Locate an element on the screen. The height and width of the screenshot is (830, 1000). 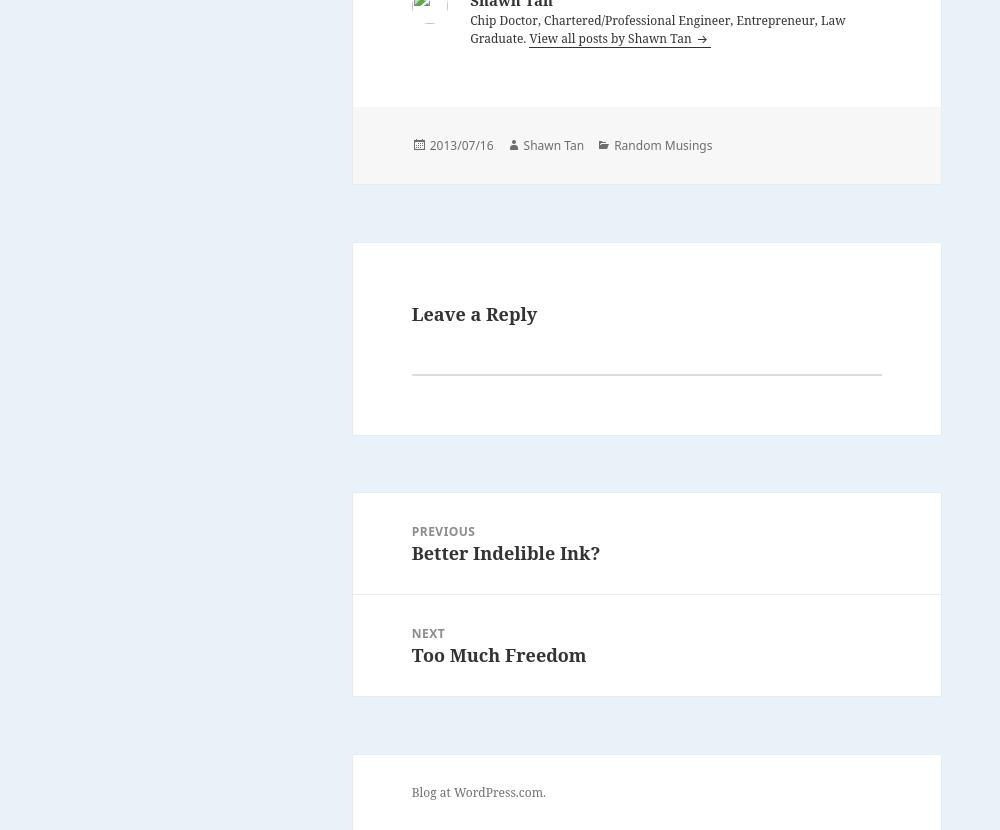
'2013/07/16' is located at coordinates (460, 143).